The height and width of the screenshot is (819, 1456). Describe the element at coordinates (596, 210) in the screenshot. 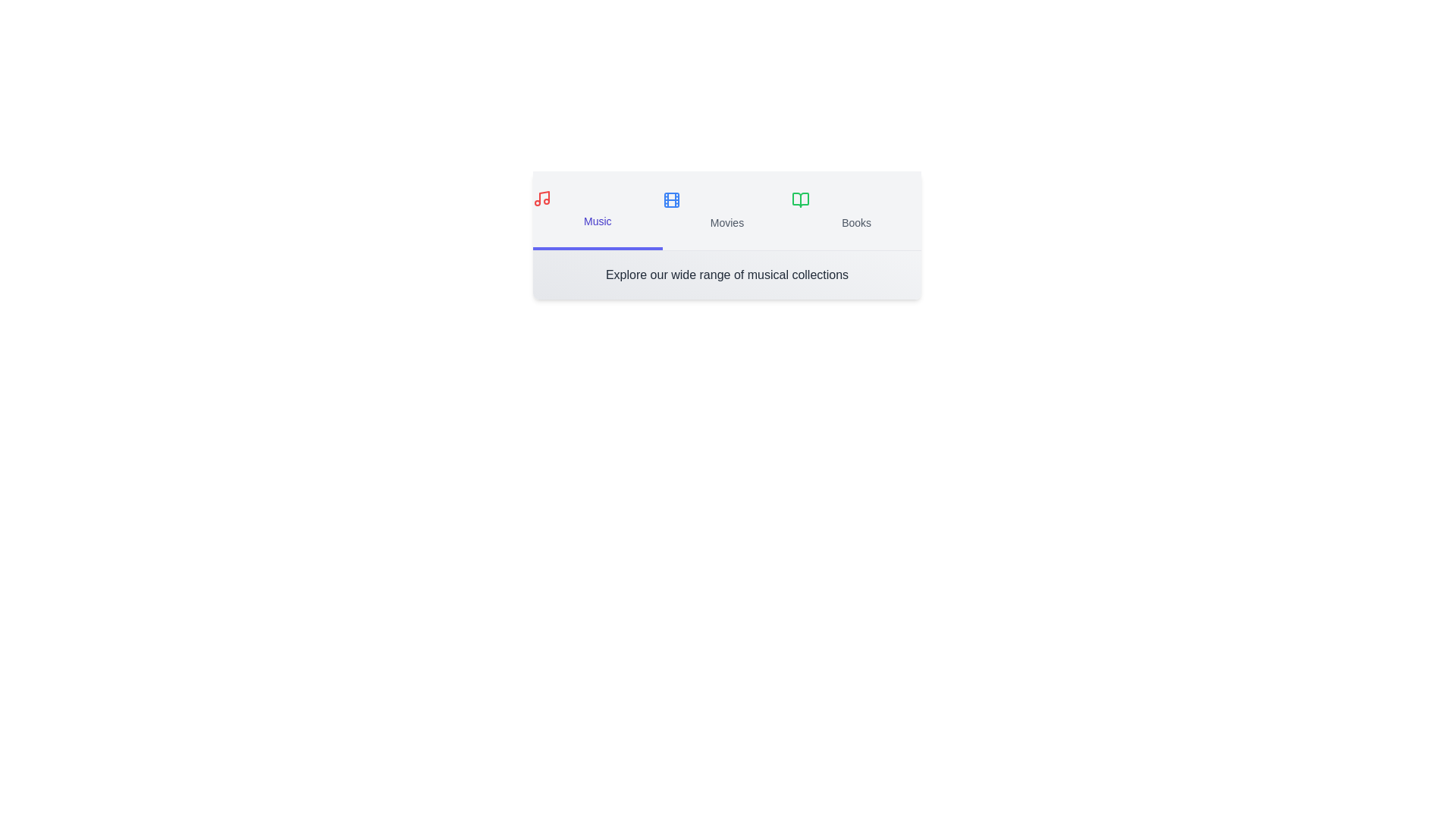

I see `the tab labeled 'Music' to highlight it` at that location.